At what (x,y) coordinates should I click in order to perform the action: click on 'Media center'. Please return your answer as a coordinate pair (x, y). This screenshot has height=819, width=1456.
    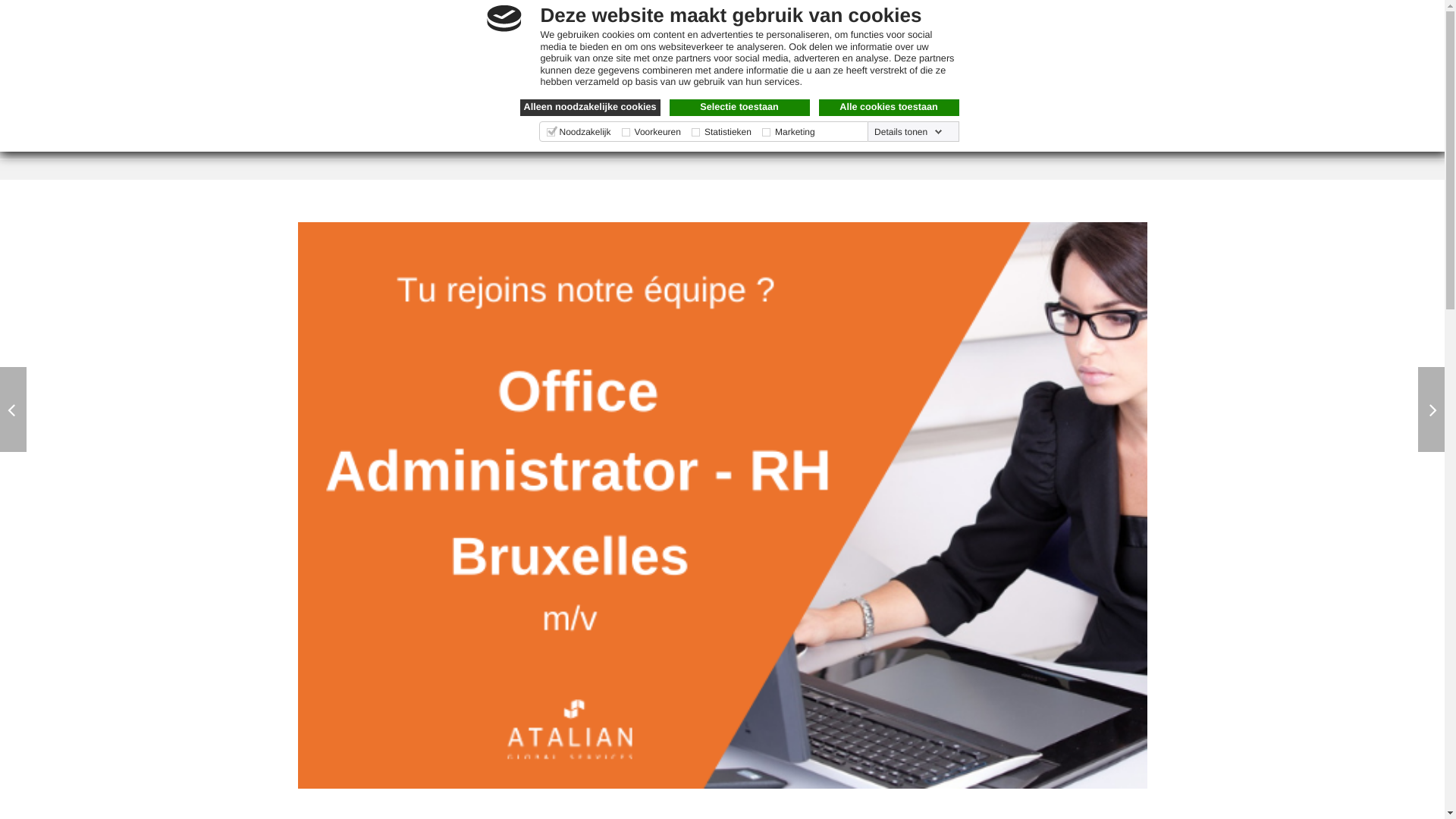
    Looking at the image, I should click on (934, 55).